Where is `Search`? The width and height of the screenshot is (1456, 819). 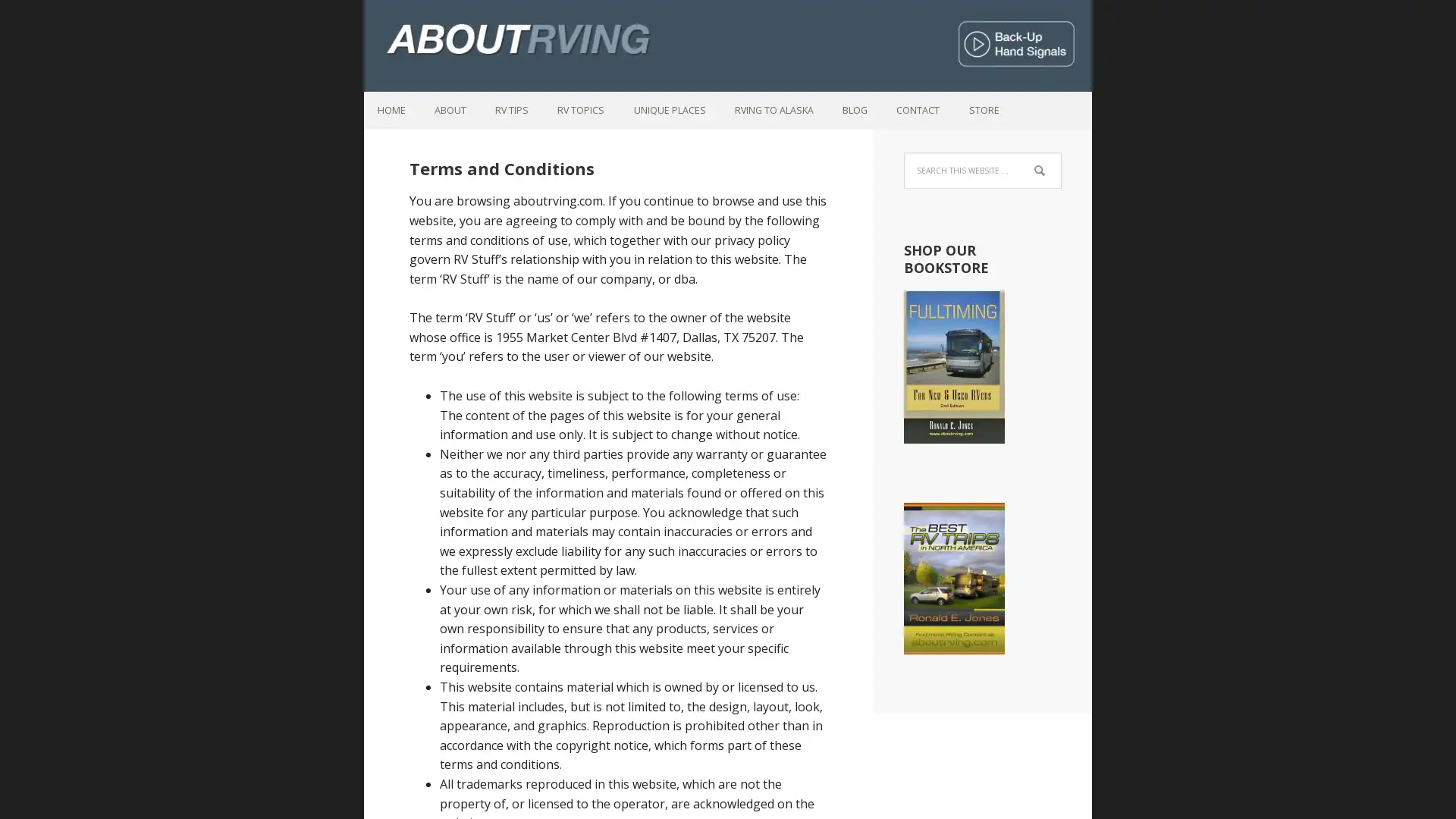 Search is located at coordinates (1060, 158).